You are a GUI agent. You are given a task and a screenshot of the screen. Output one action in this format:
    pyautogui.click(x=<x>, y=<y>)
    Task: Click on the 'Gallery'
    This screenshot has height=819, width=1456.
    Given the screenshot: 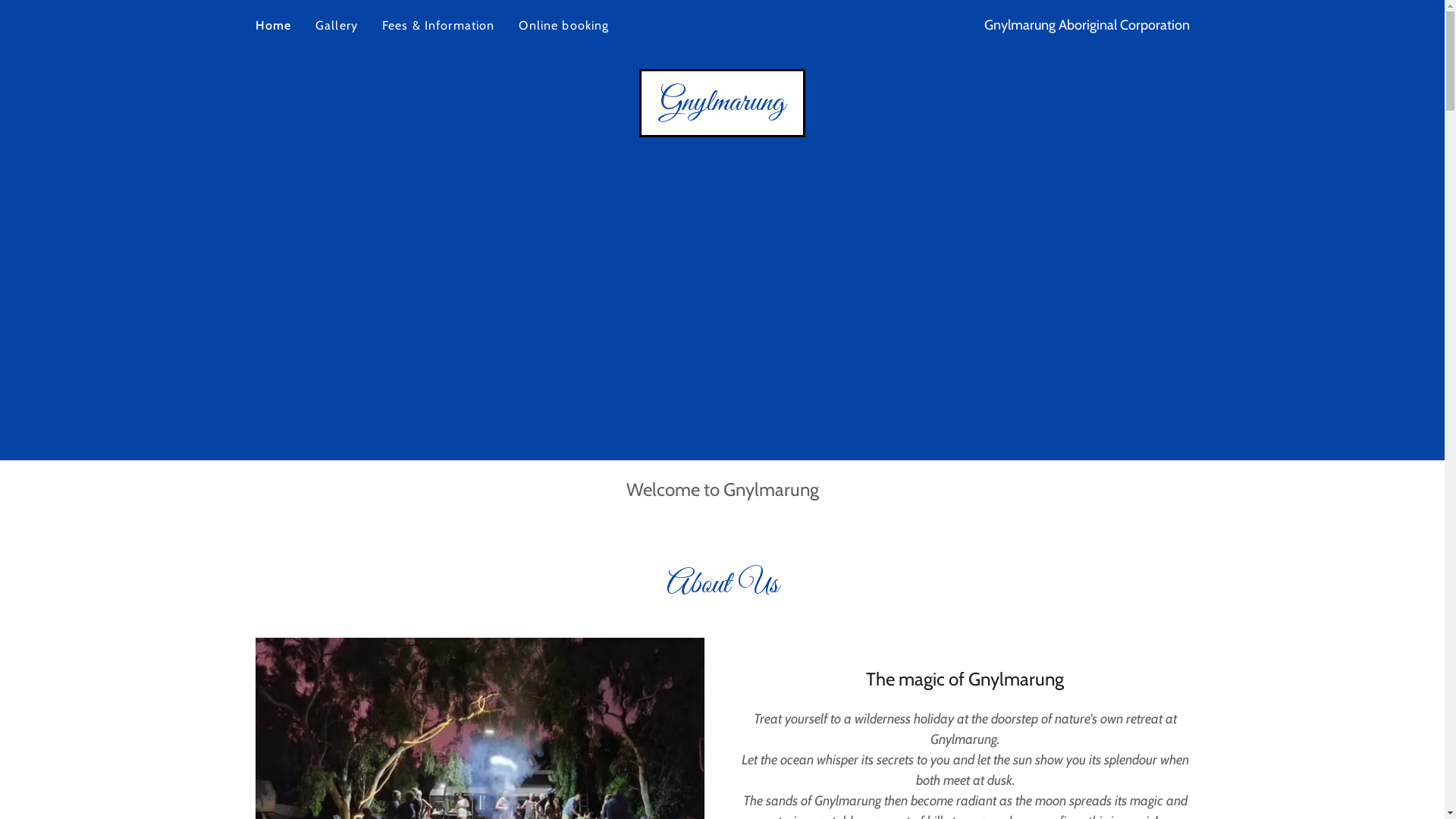 What is the action you would take?
    pyautogui.click(x=336, y=26)
    